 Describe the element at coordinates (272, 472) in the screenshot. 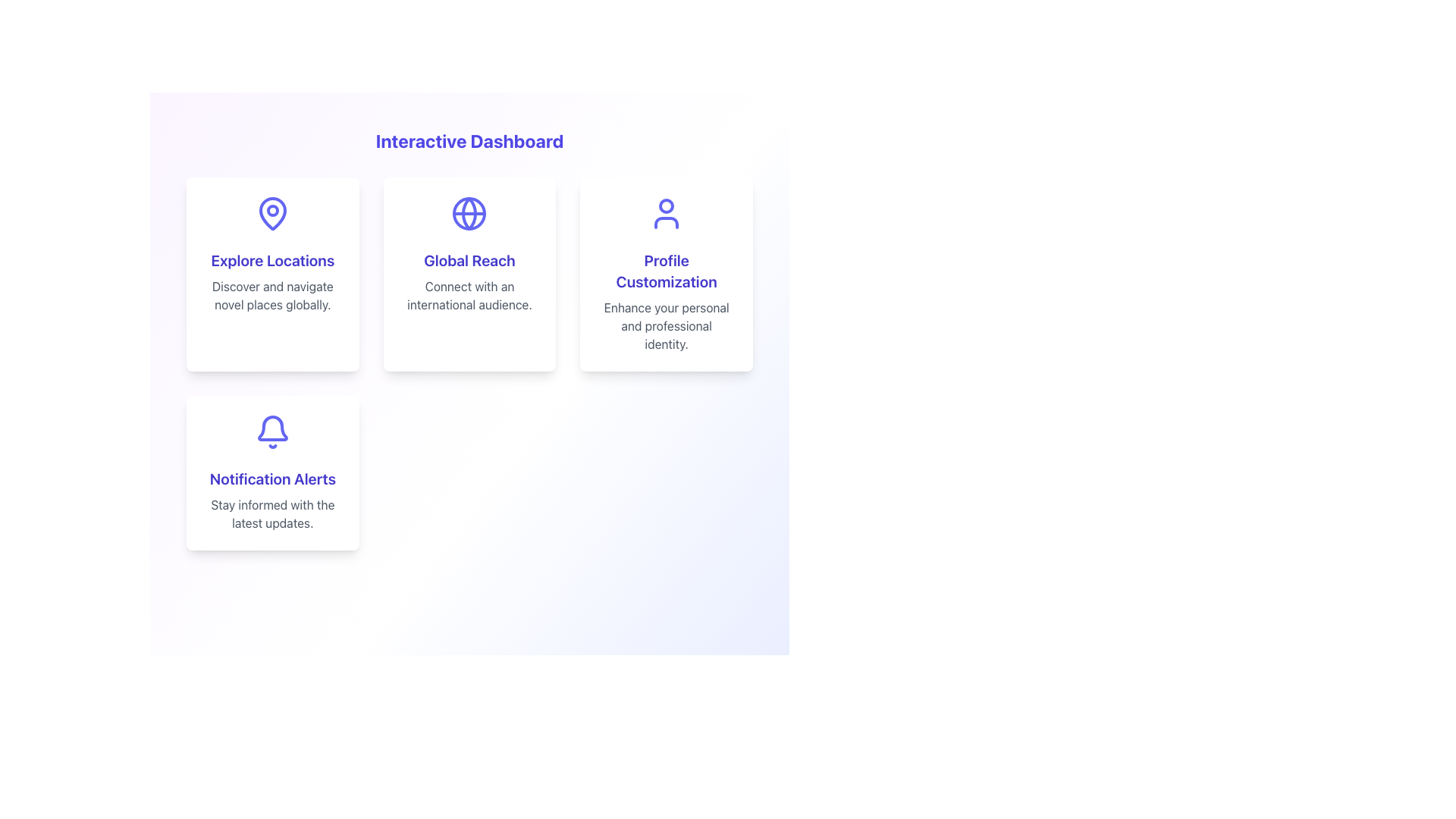

I see `information displayed on the Information Card about notification alerts and updates, located in the lower-left corner of the grid layout` at that location.